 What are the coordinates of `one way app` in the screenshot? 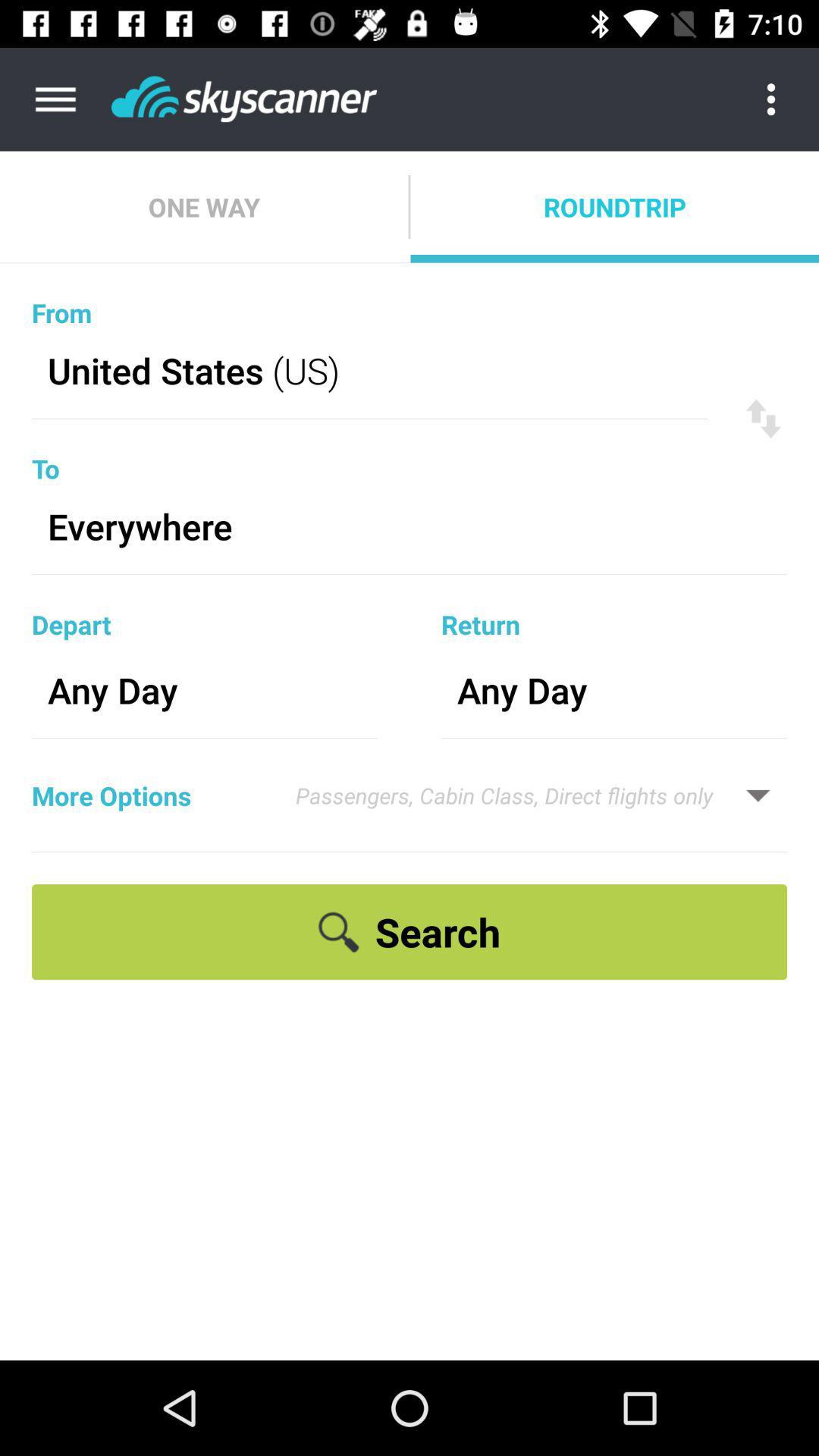 It's located at (203, 206).